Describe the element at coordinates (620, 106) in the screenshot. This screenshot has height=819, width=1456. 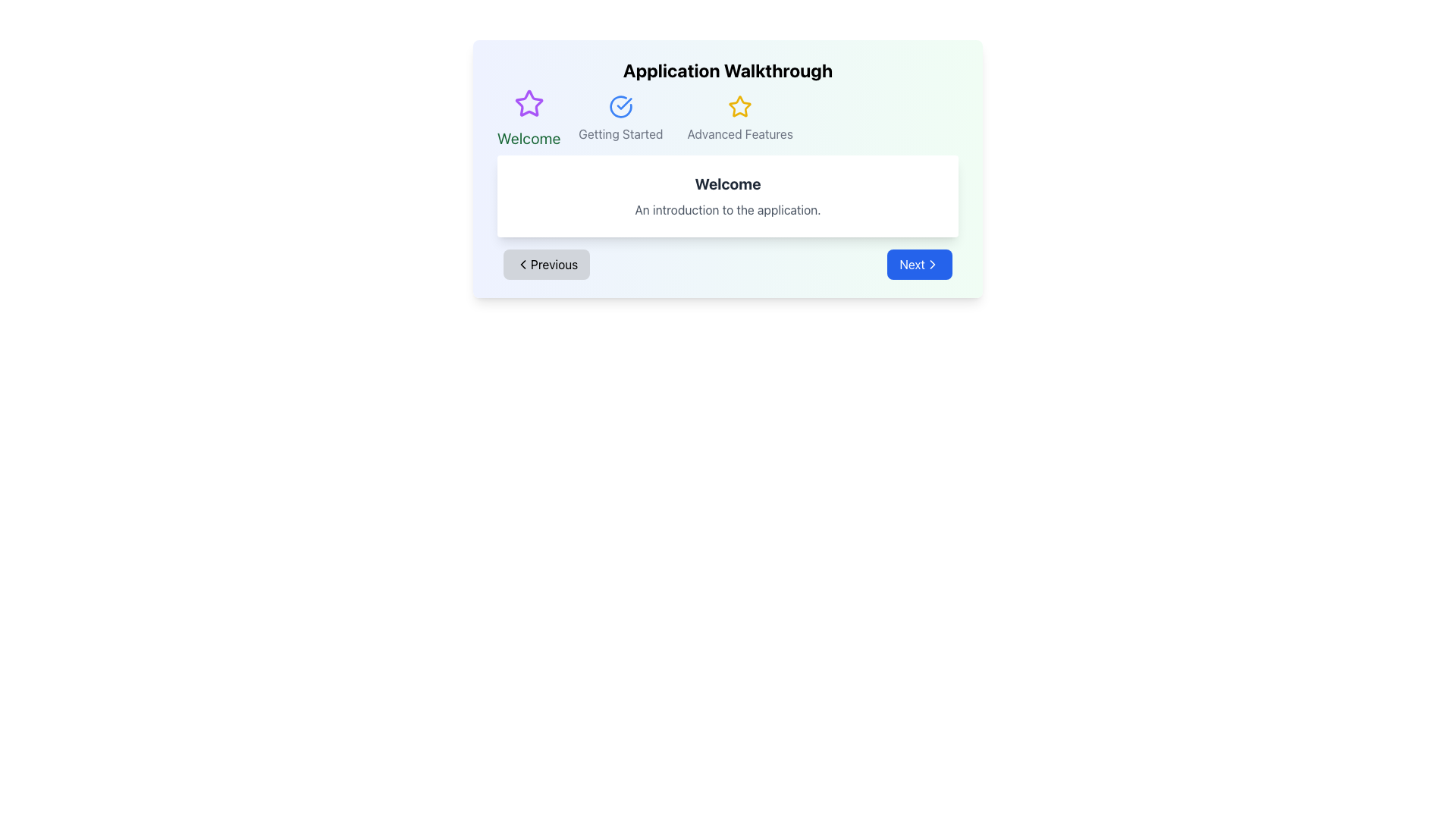
I see `the completion state represented by the leftmost icon in the 'Application Walkthrough' section` at that location.